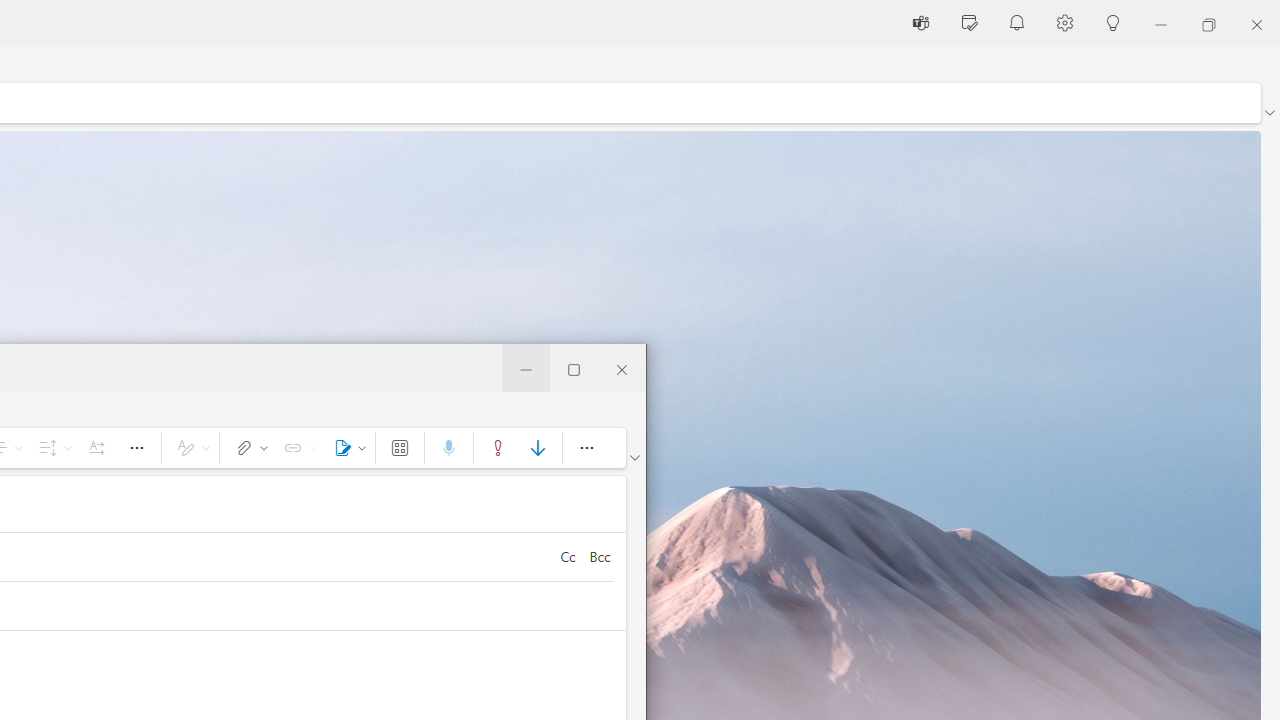  I want to click on 'Signature', so click(346, 446).